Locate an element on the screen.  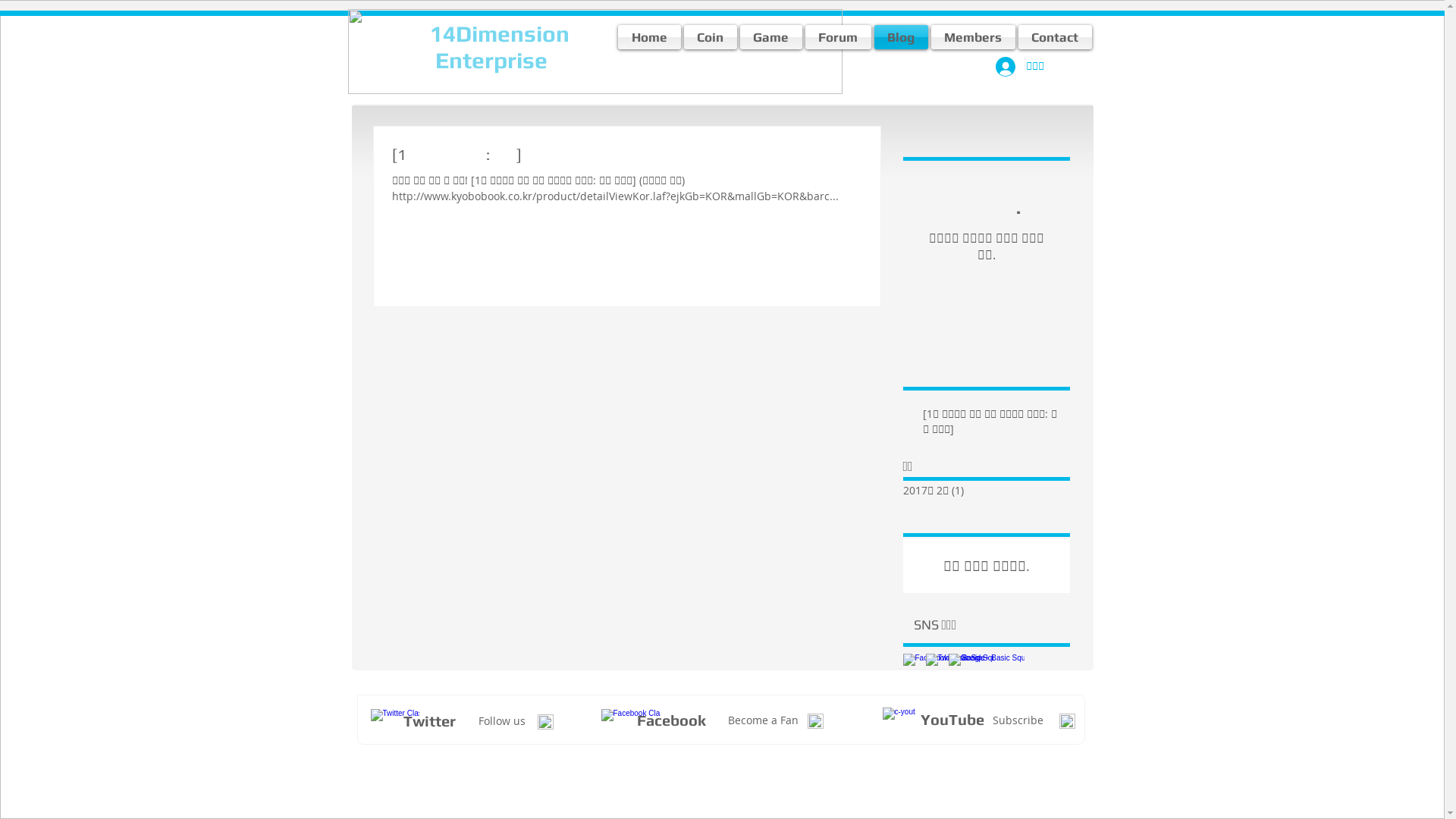
'Blog' is located at coordinates (872, 36).